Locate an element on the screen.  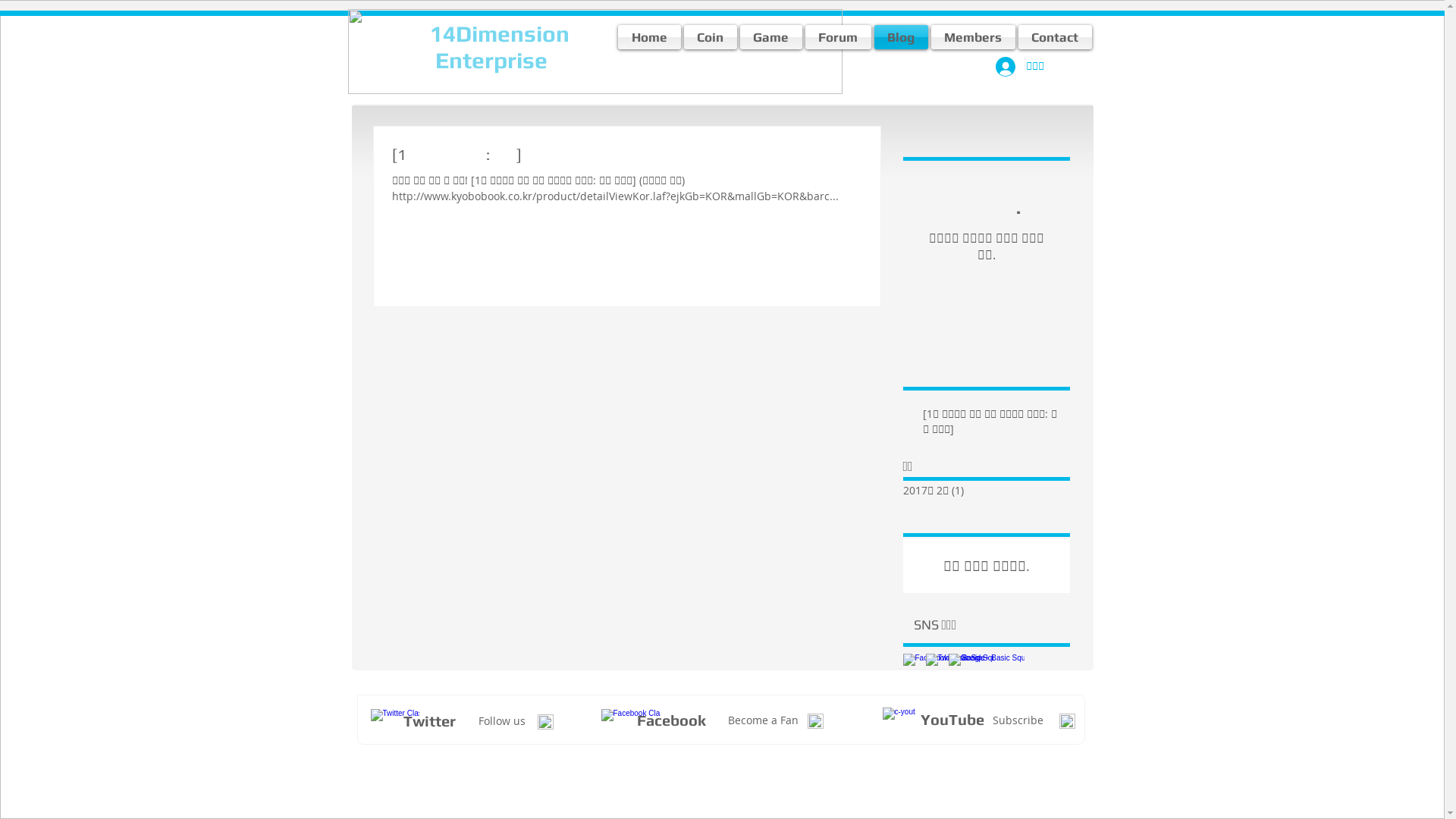
'Blog' is located at coordinates (872, 36).